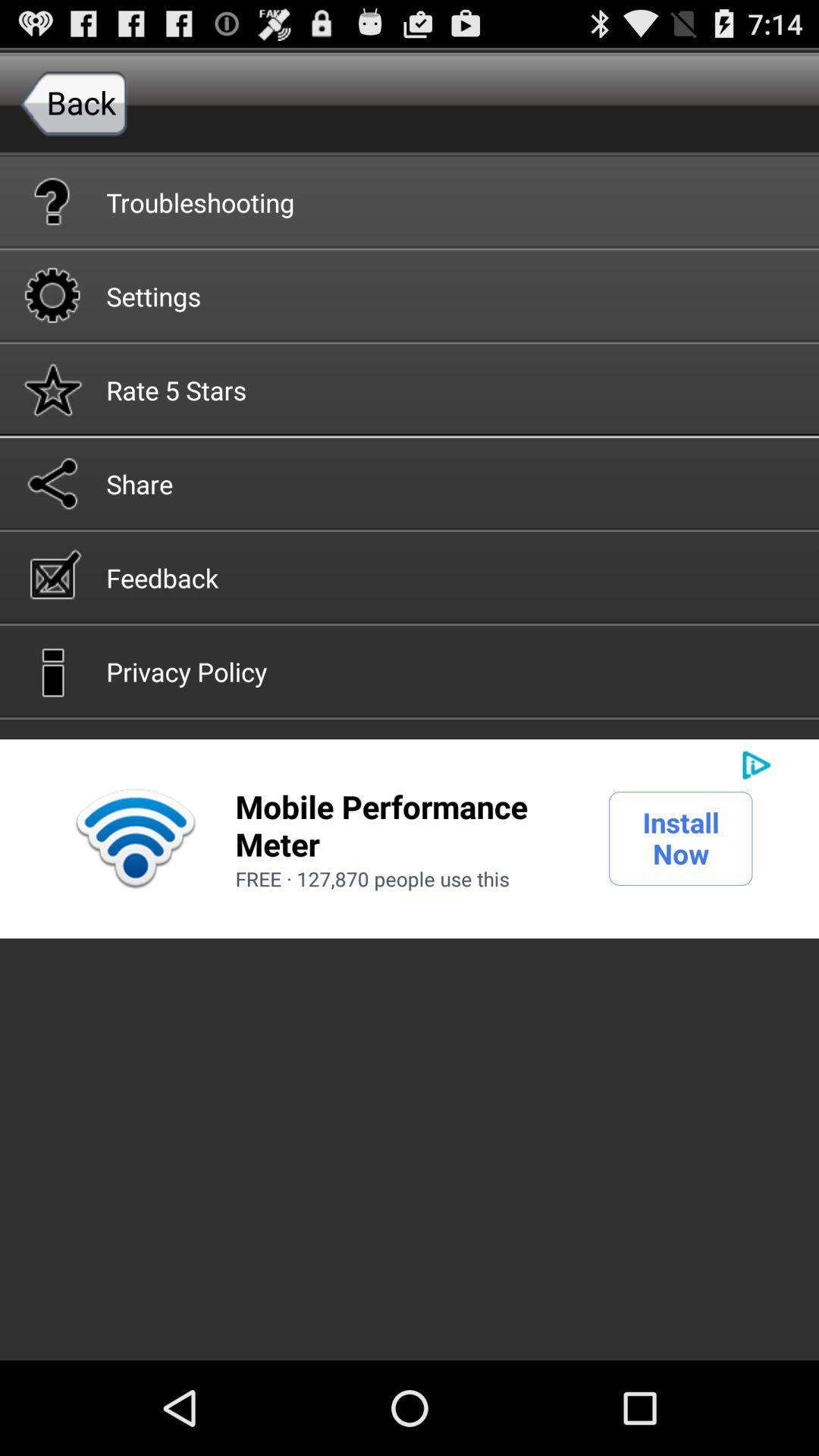  Describe the element at coordinates (74, 102) in the screenshot. I see `the item above the troubleshooting button` at that location.